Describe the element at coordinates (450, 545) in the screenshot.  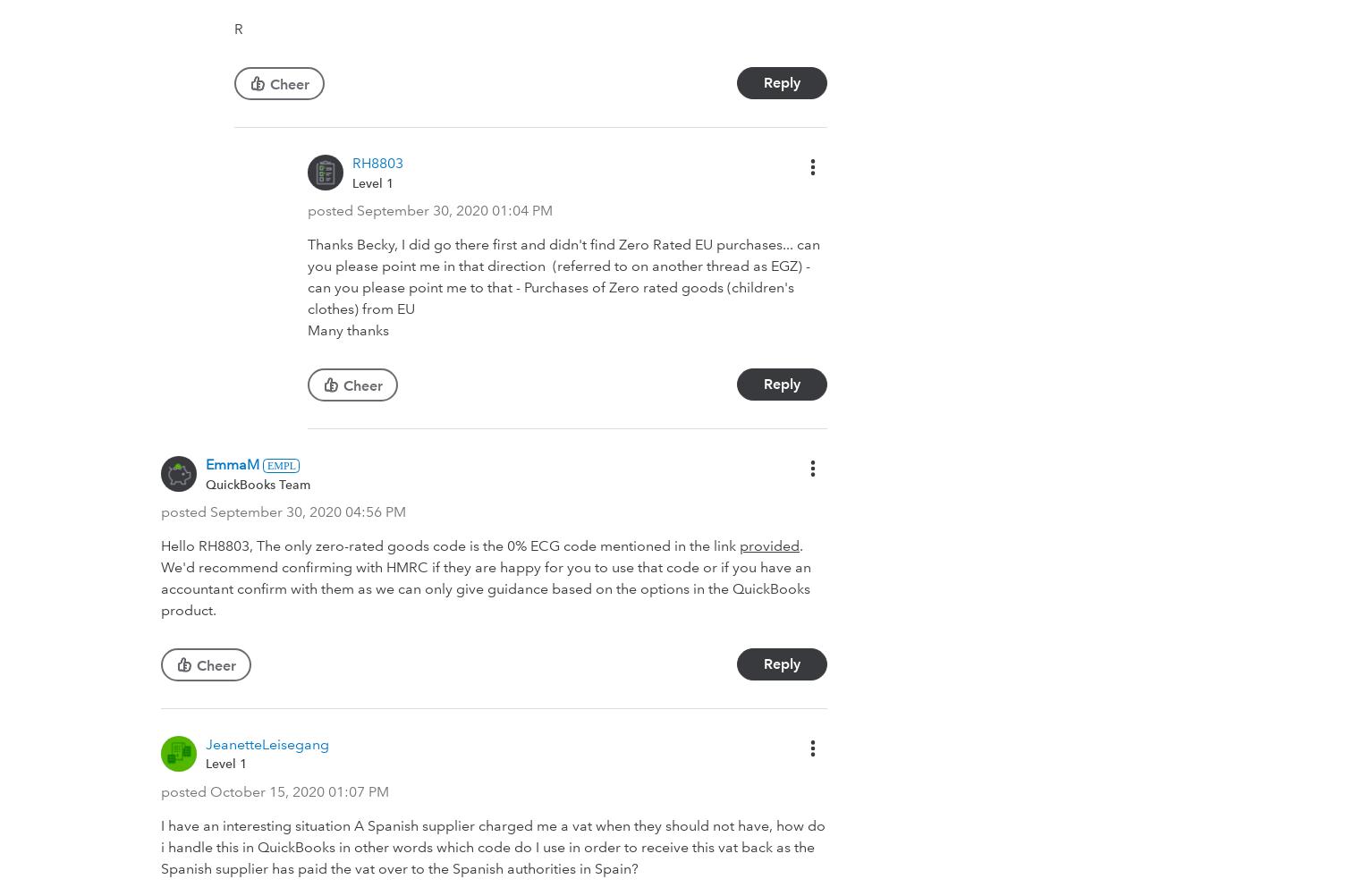
I see `'Hello RH8803, The only zero-rated goods code is the 0% ECG code mentioned in the link'` at that location.